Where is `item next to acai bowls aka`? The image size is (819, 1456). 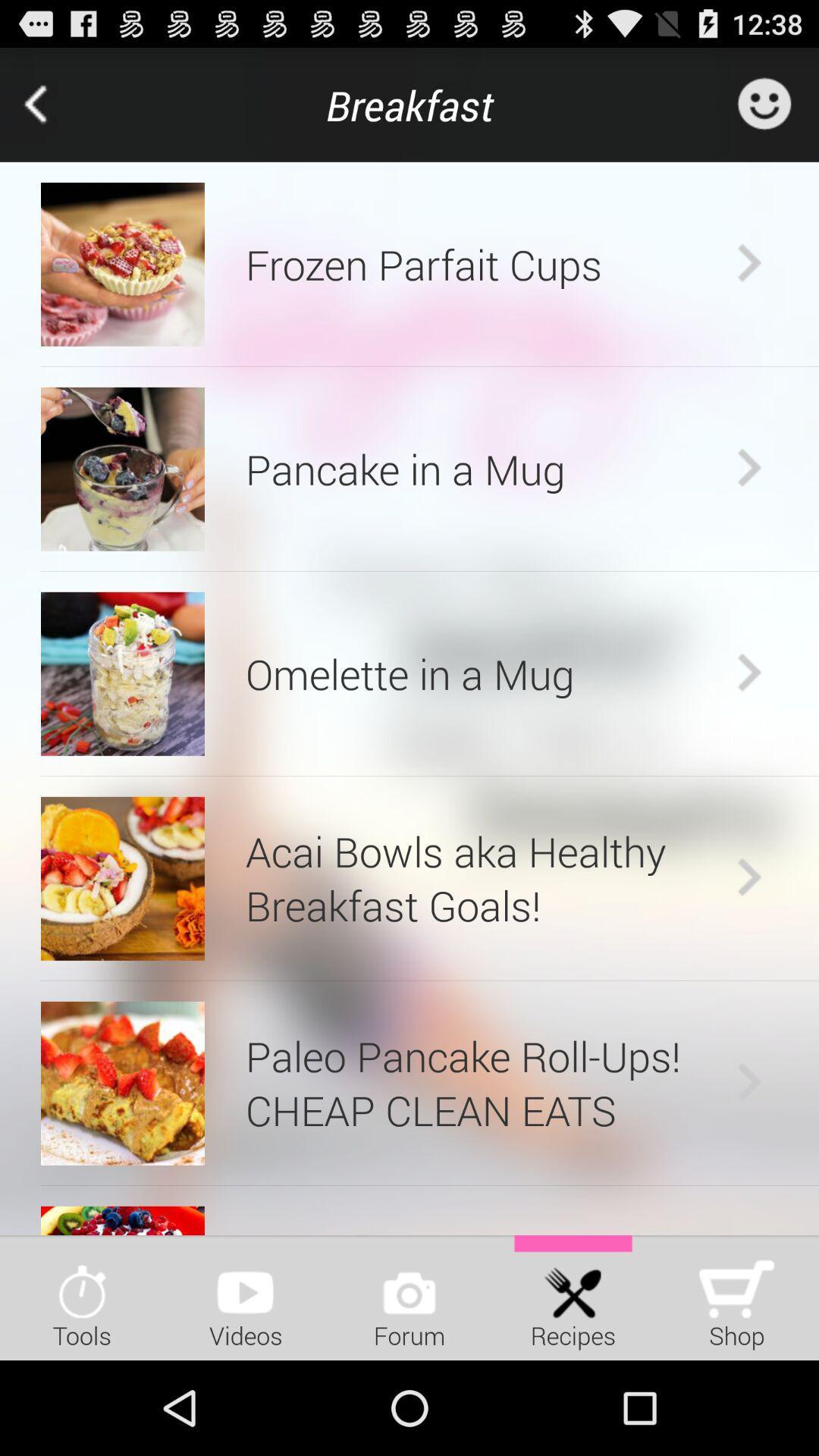
item next to acai bowls aka is located at coordinates (122, 878).